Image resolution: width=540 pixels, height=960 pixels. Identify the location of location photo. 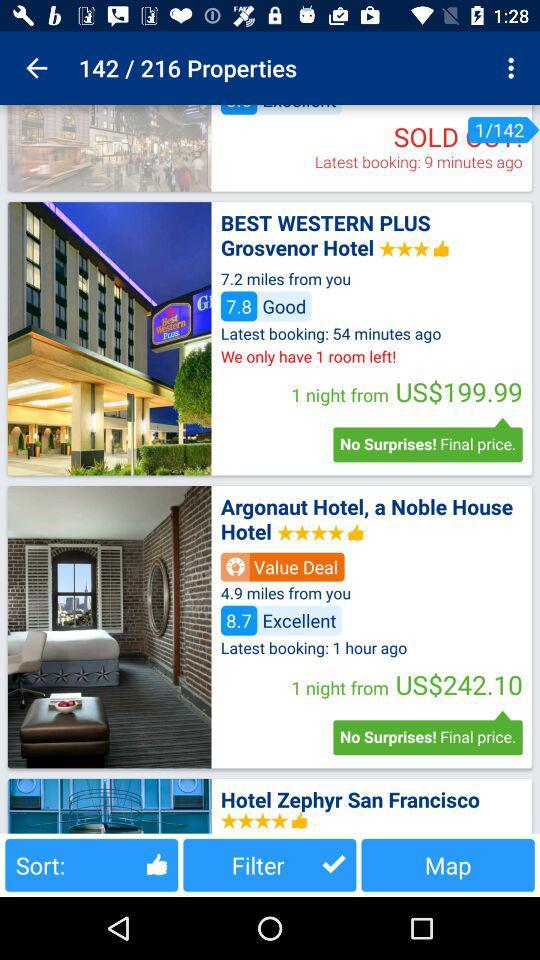
(109, 626).